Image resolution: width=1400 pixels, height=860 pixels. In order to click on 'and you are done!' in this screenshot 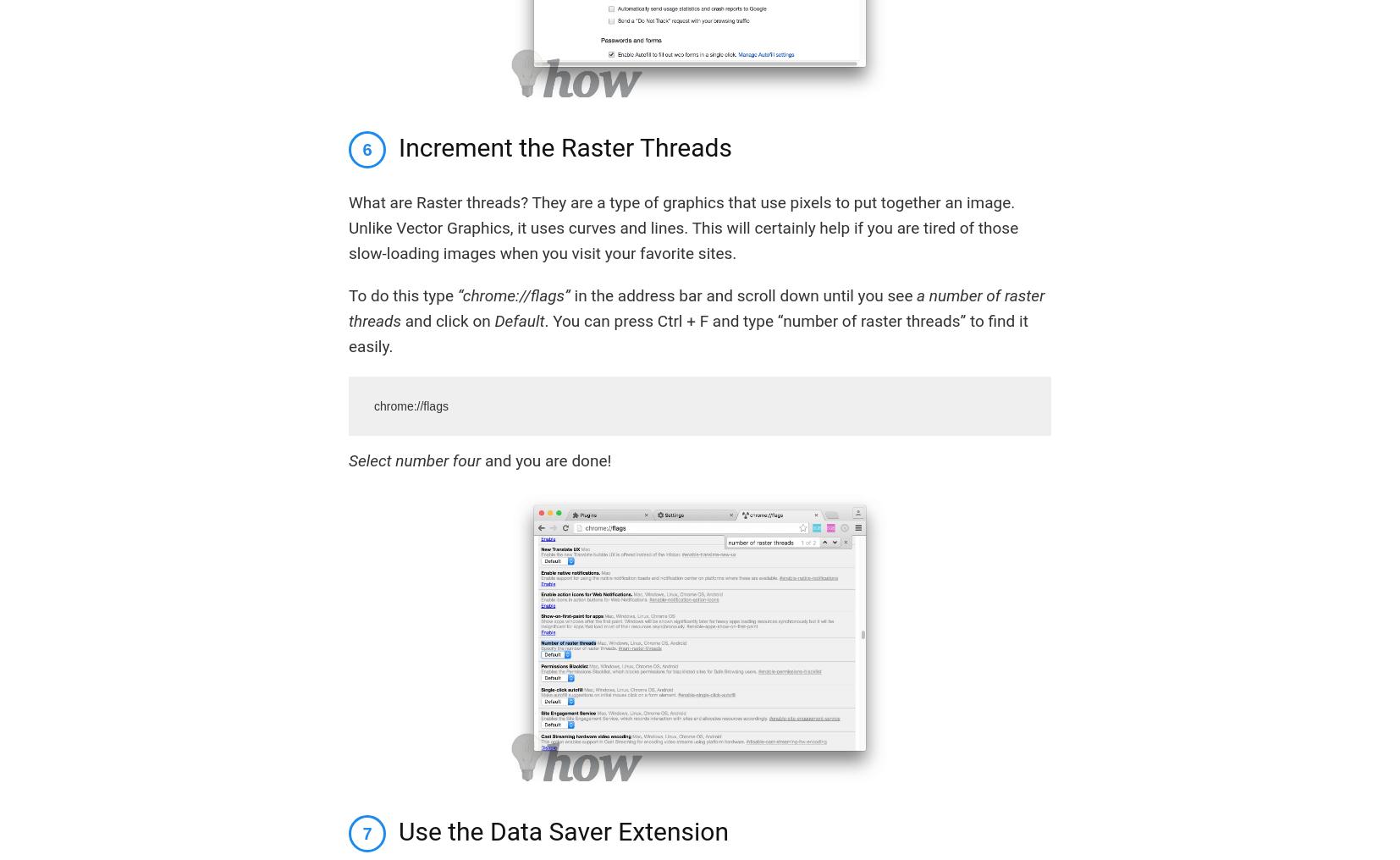, I will do `click(546, 459)`.